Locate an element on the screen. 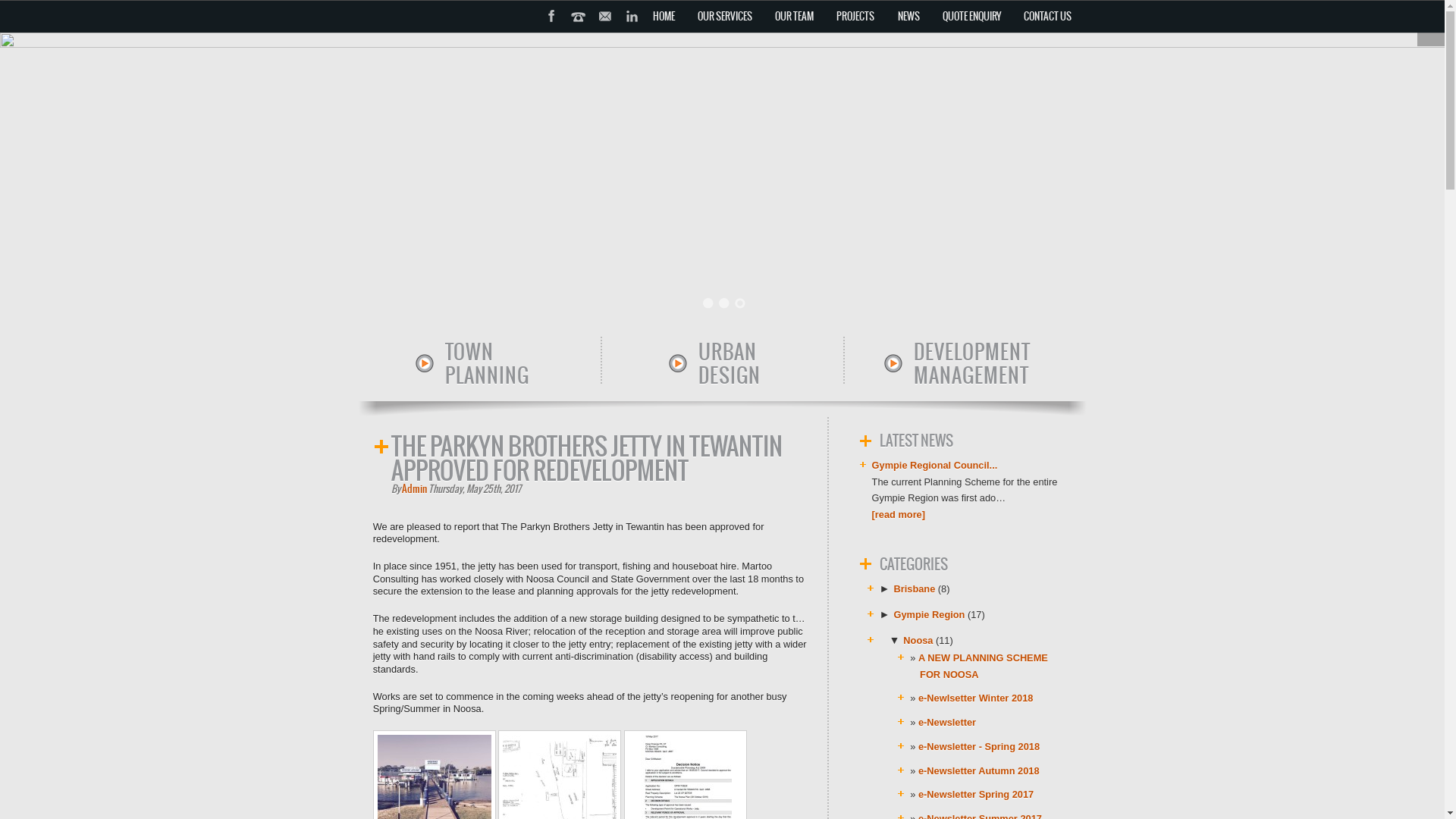 This screenshot has height=819, width=1456. 'PROJECTS' is located at coordinates (855, 17).